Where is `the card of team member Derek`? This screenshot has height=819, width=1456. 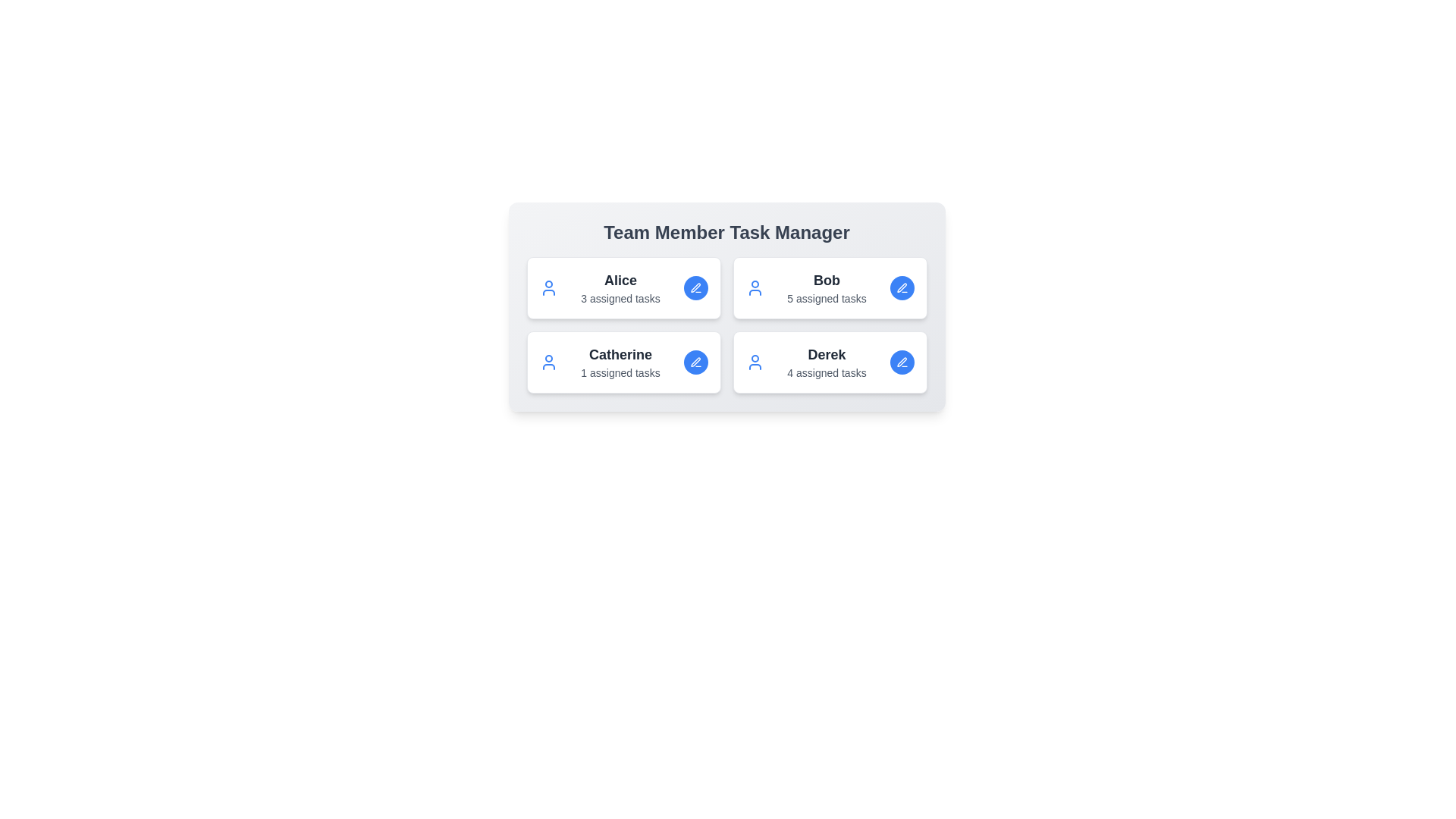
the card of team member Derek is located at coordinates (829, 362).